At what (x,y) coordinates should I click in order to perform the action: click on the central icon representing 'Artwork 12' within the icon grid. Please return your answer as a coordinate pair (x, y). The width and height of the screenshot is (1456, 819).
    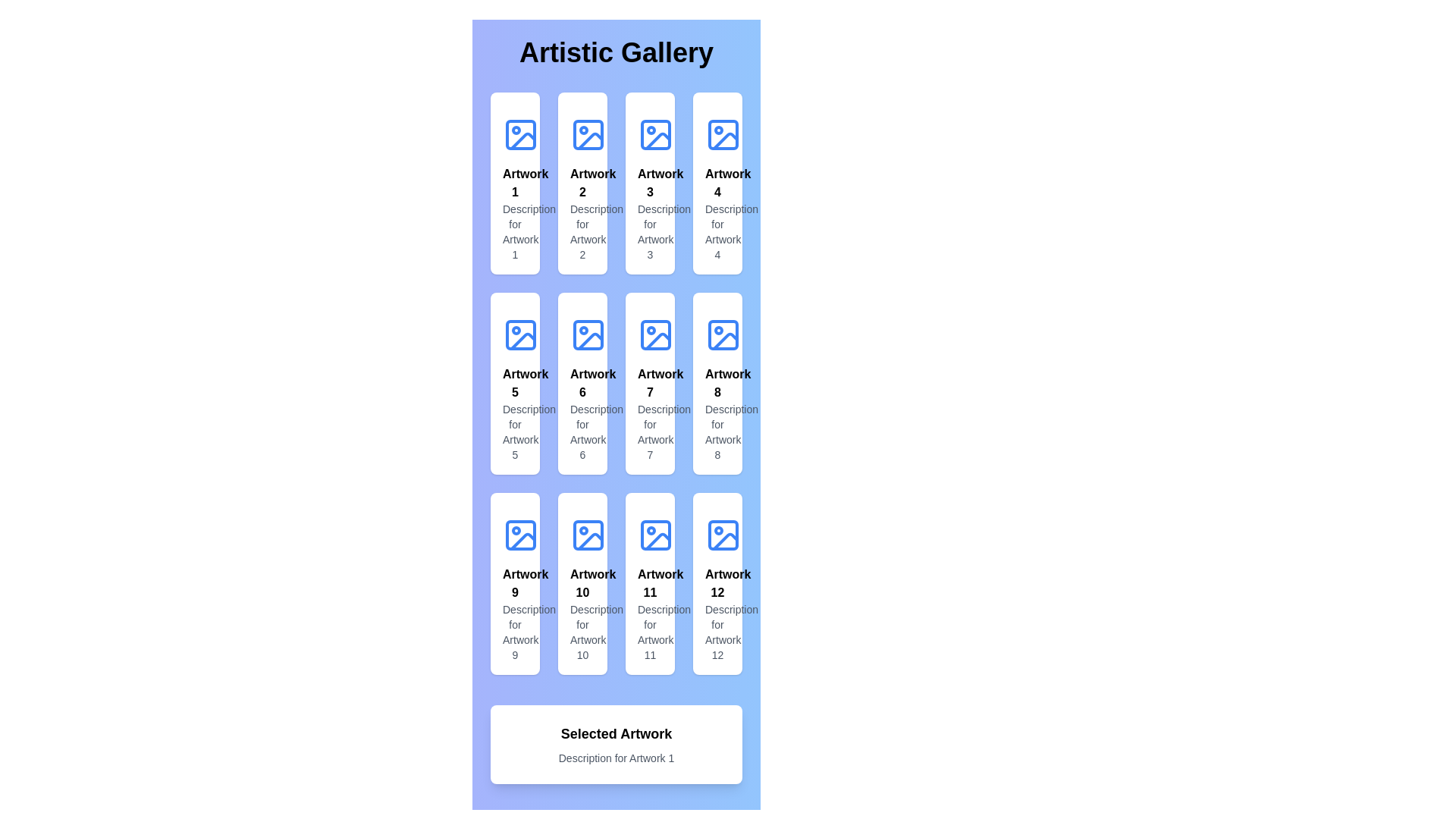
    Looking at the image, I should click on (723, 534).